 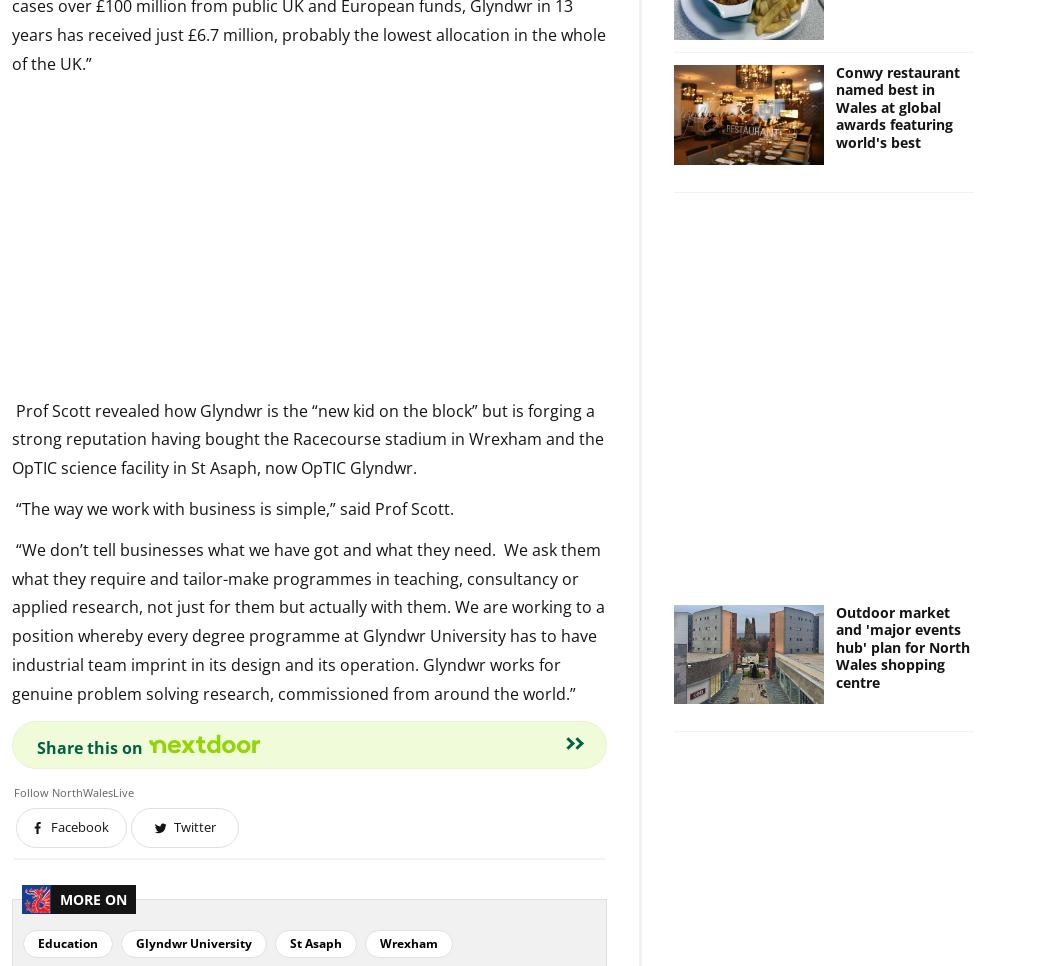 What do you see at coordinates (408, 942) in the screenshot?
I see `'Wrexham'` at bounding box center [408, 942].